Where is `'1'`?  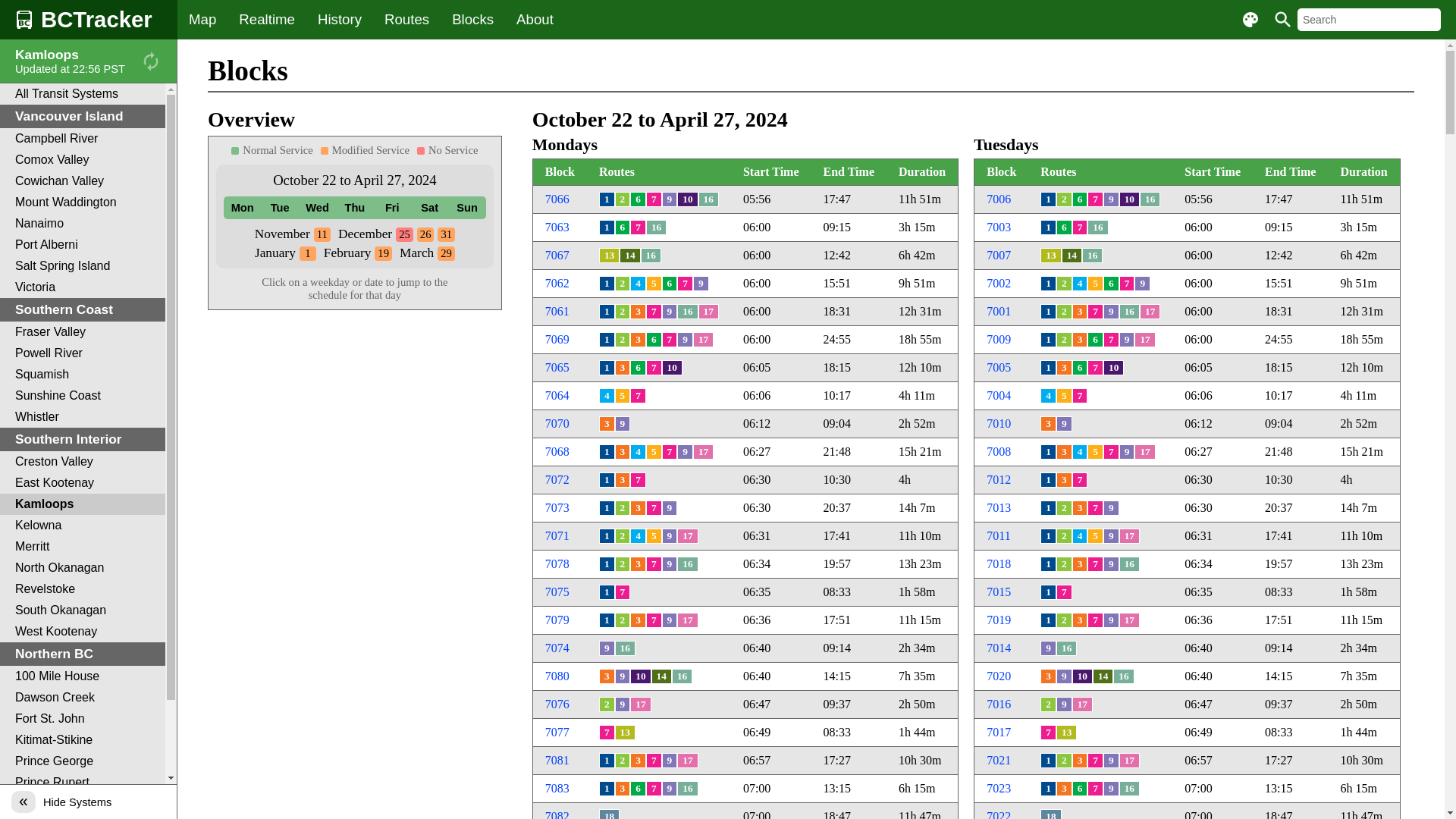 '1' is located at coordinates (1047, 564).